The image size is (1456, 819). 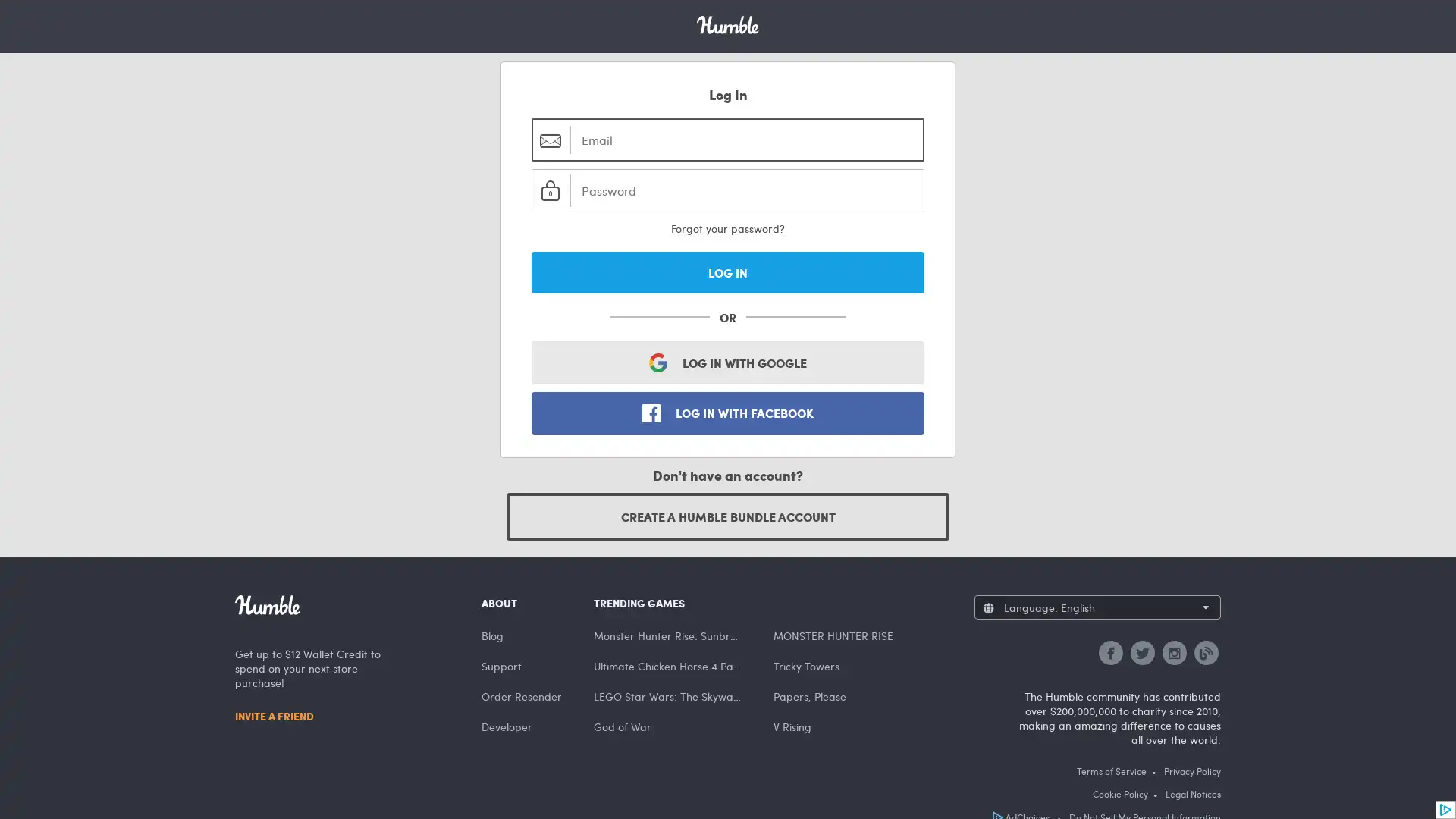 I want to click on Language: English, so click(x=1097, y=607).